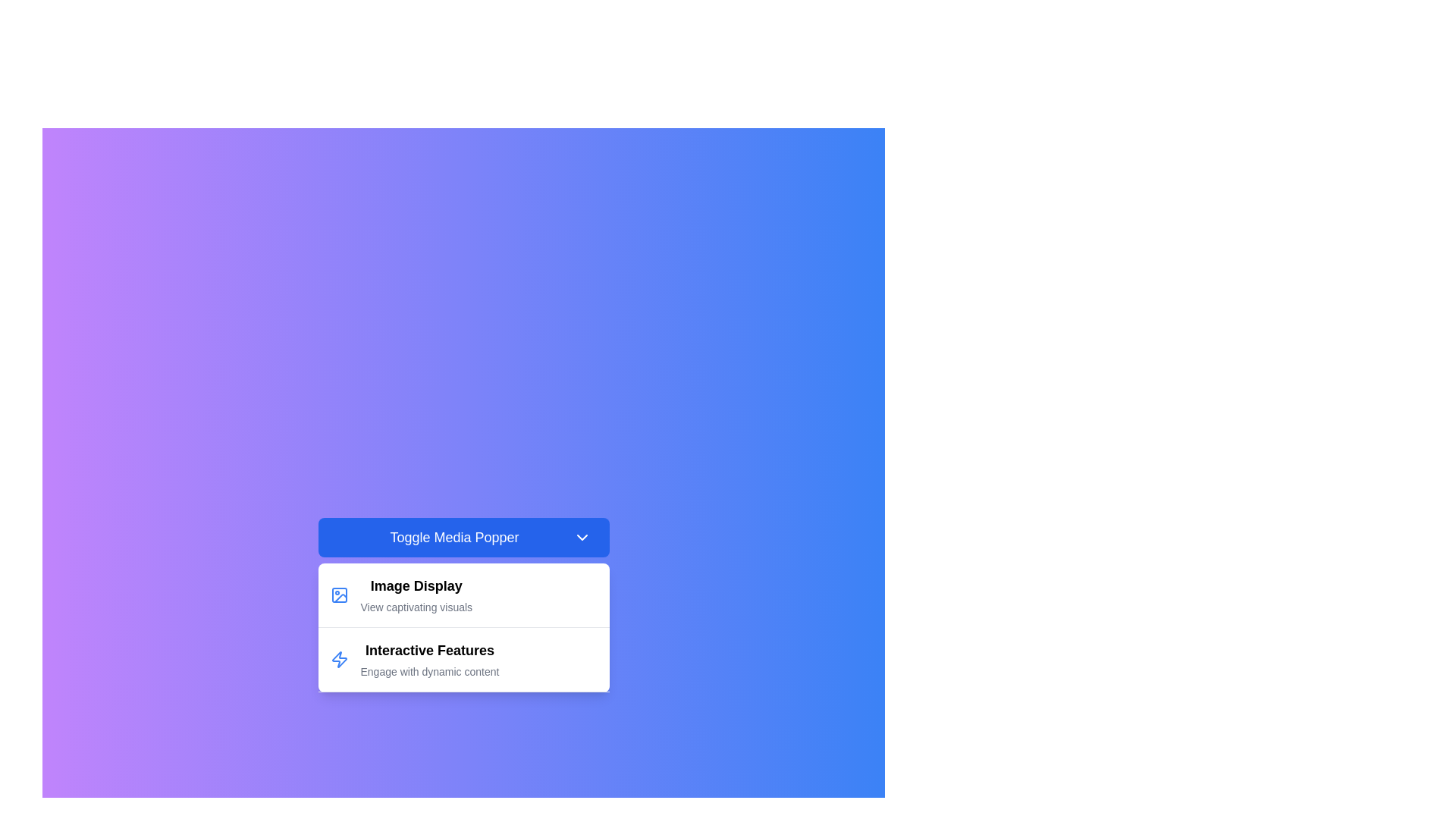 The image size is (1456, 819). Describe the element at coordinates (338, 659) in the screenshot. I see `the blue lightning bolt icon located to the left of the 'Interactive Features' text in the menu item under 'Toggle Media Popper'` at that location.